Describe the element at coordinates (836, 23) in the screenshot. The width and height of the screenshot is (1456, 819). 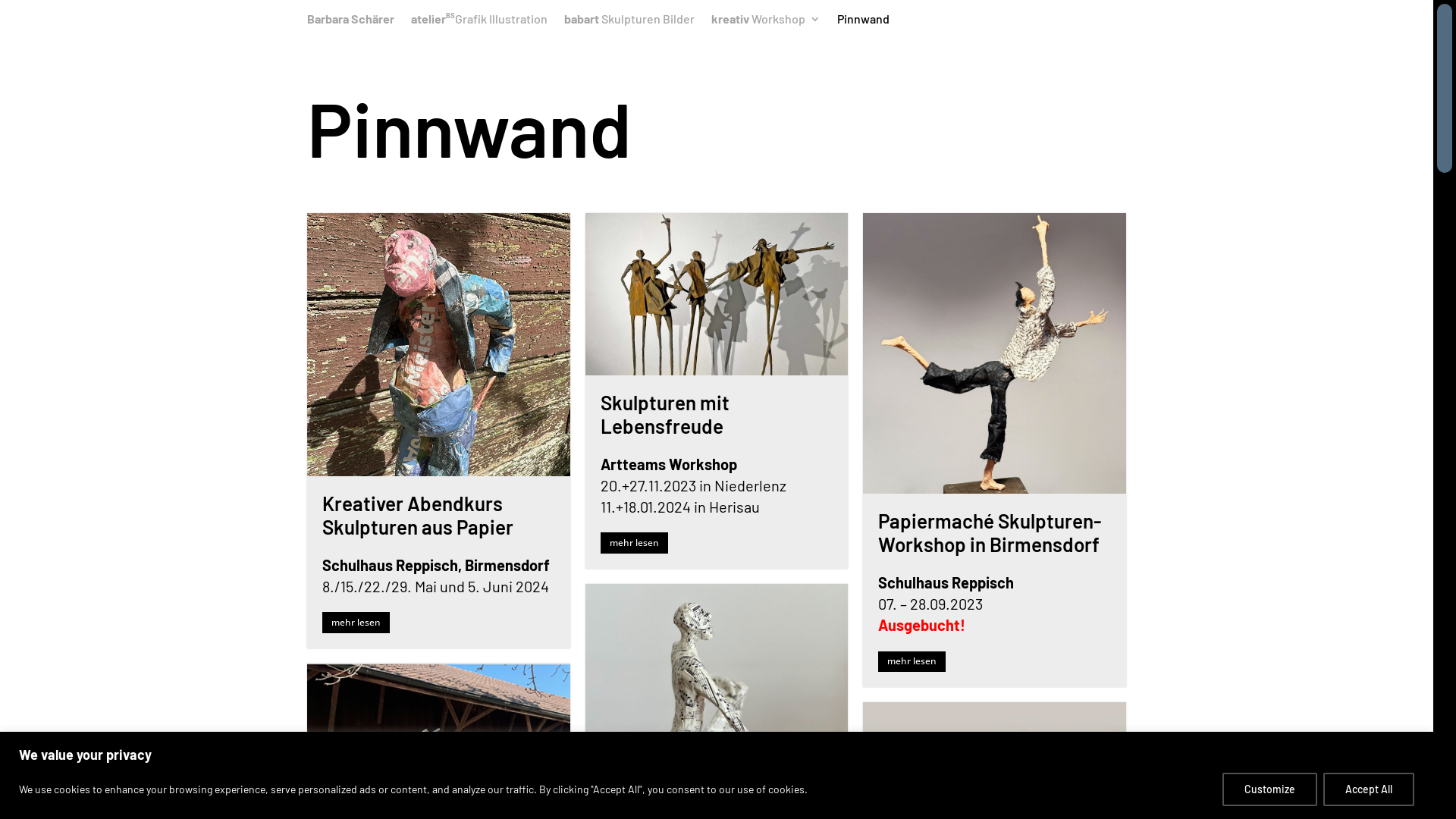
I see `'Pinnwand'` at that location.